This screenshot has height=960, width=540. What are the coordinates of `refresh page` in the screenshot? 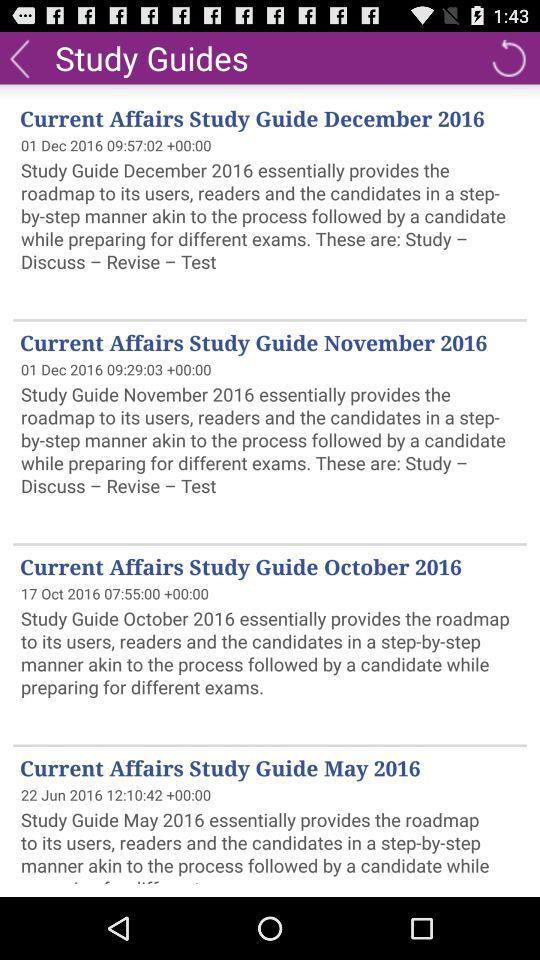 It's located at (508, 56).